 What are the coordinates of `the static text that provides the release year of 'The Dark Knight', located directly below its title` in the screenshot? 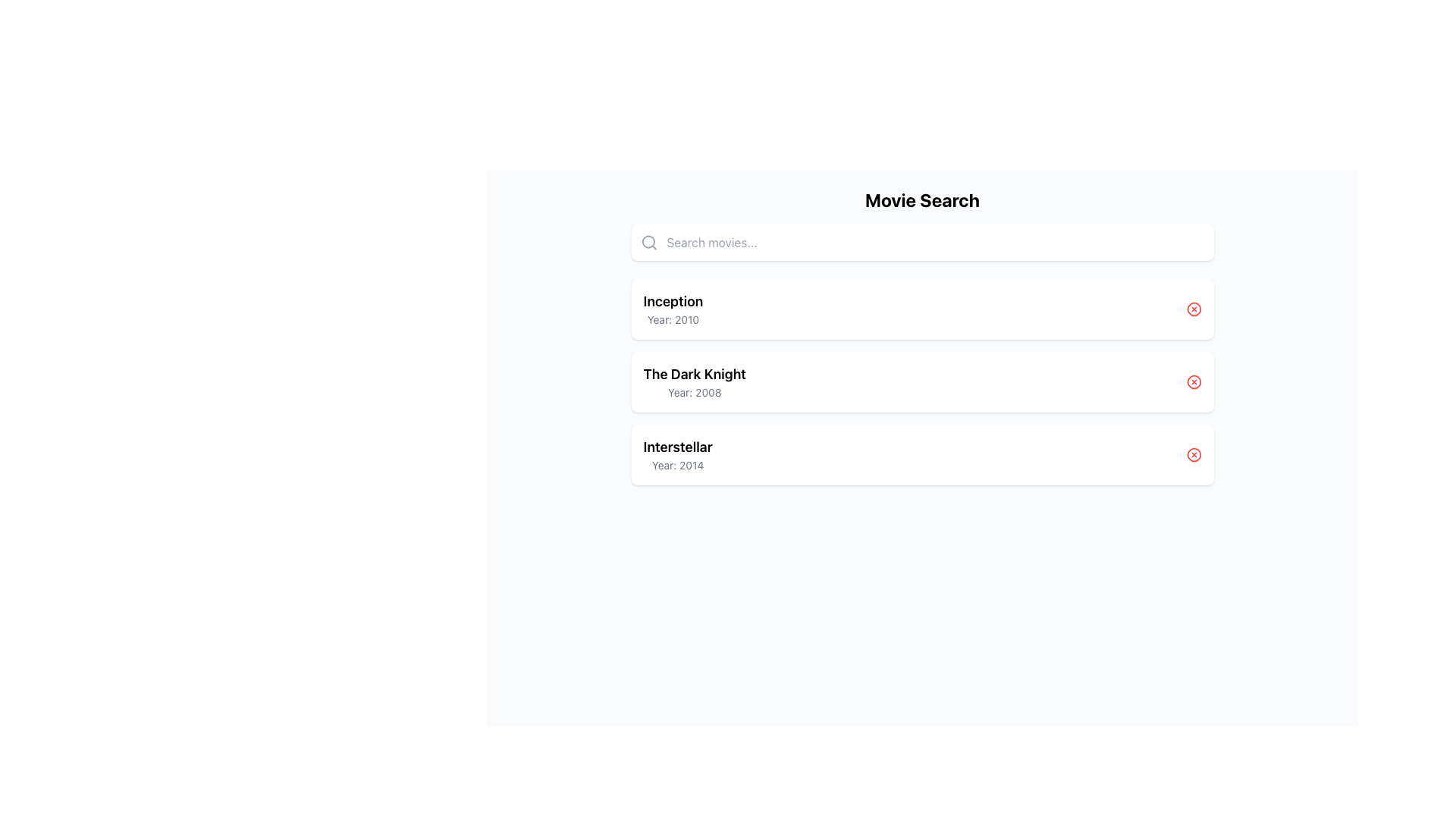 It's located at (694, 391).